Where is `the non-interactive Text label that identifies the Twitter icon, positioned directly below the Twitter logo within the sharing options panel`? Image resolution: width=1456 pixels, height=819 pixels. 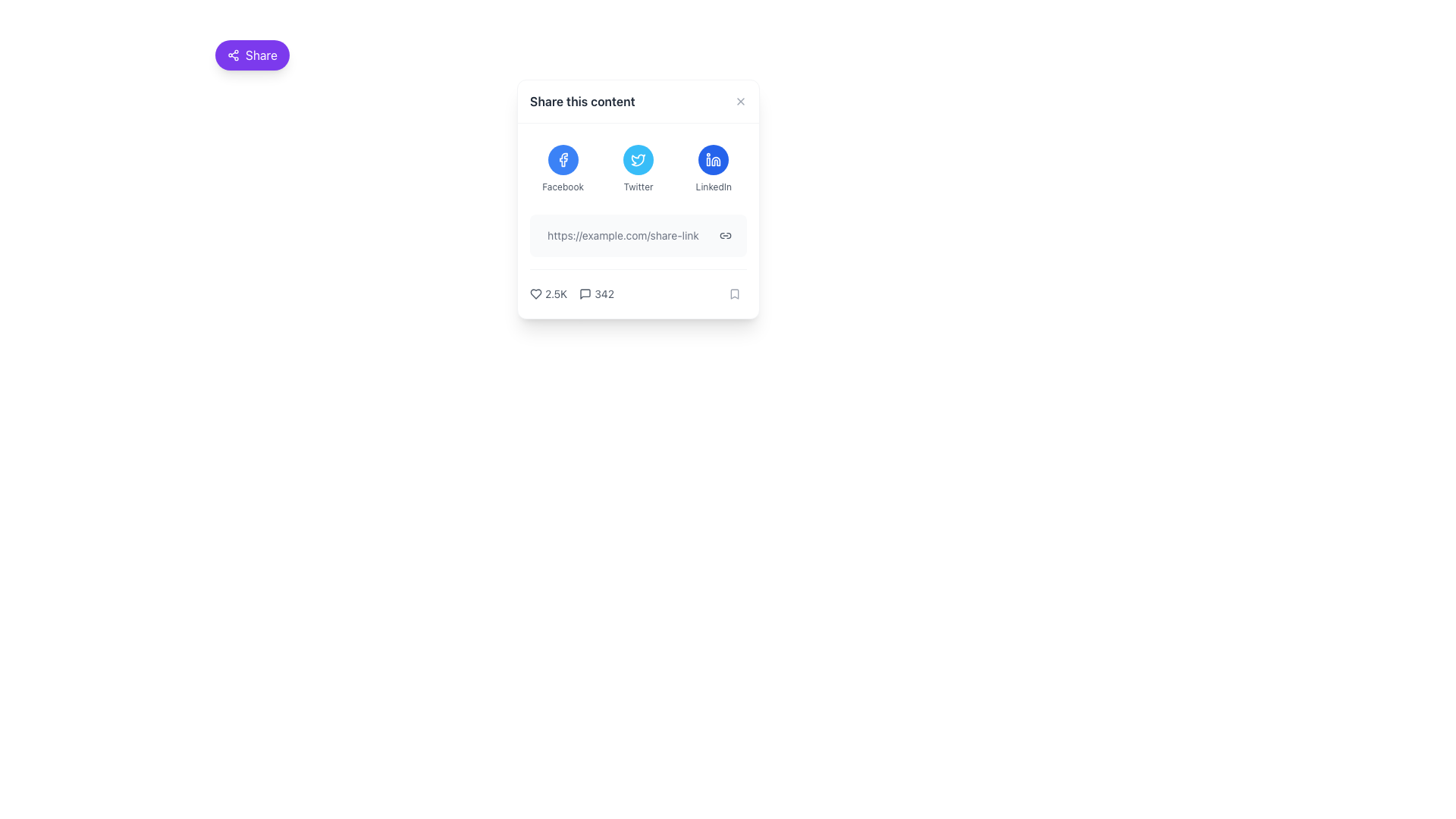 the non-interactive Text label that identifies the Twitter icon, positioned directly below the Twitter logo within the sharing options panel is located at coordinates (638, 186).